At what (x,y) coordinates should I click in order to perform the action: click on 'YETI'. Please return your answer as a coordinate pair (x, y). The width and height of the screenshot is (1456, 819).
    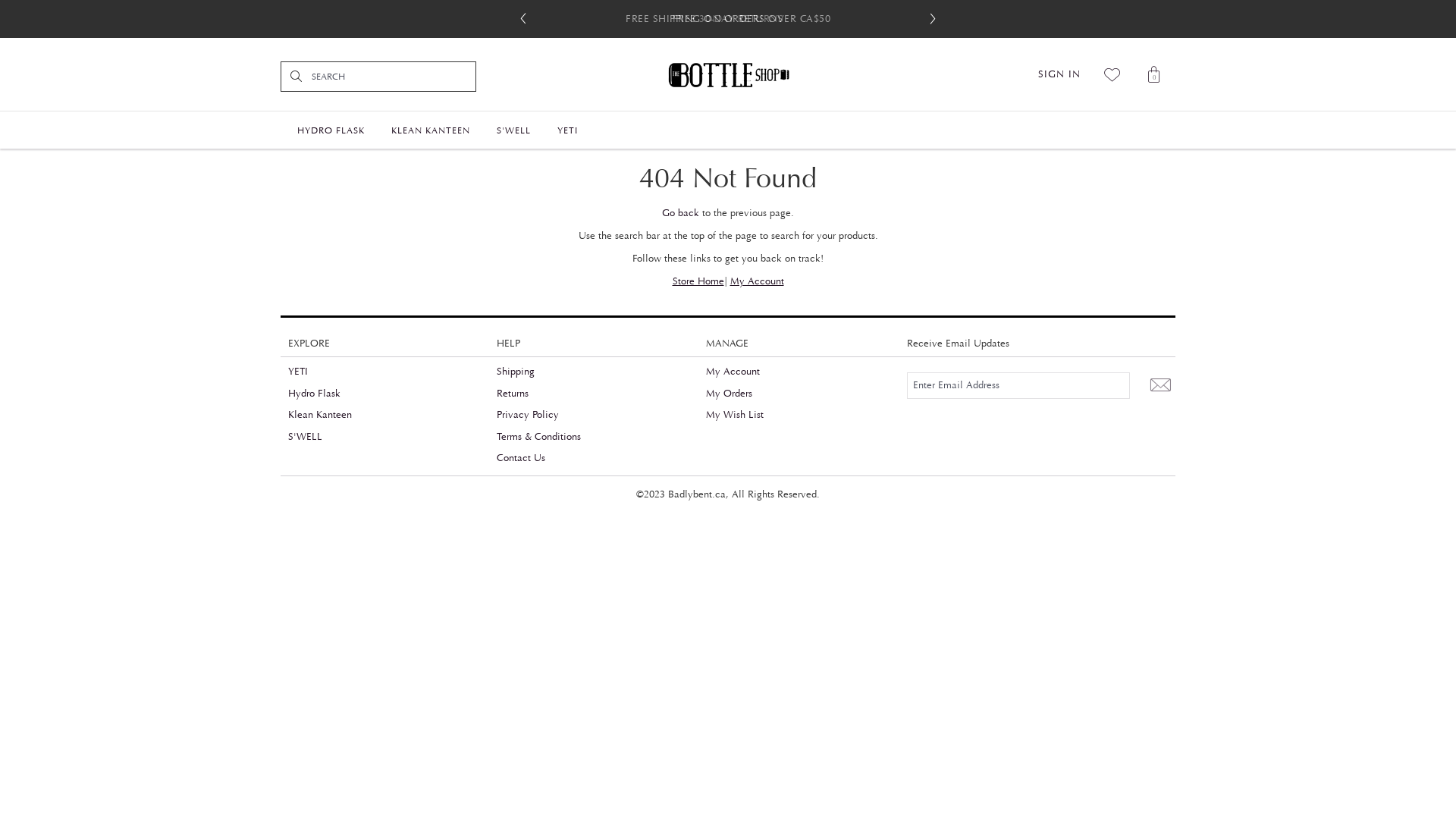
    Looking at the image, I should click on (298, 371).